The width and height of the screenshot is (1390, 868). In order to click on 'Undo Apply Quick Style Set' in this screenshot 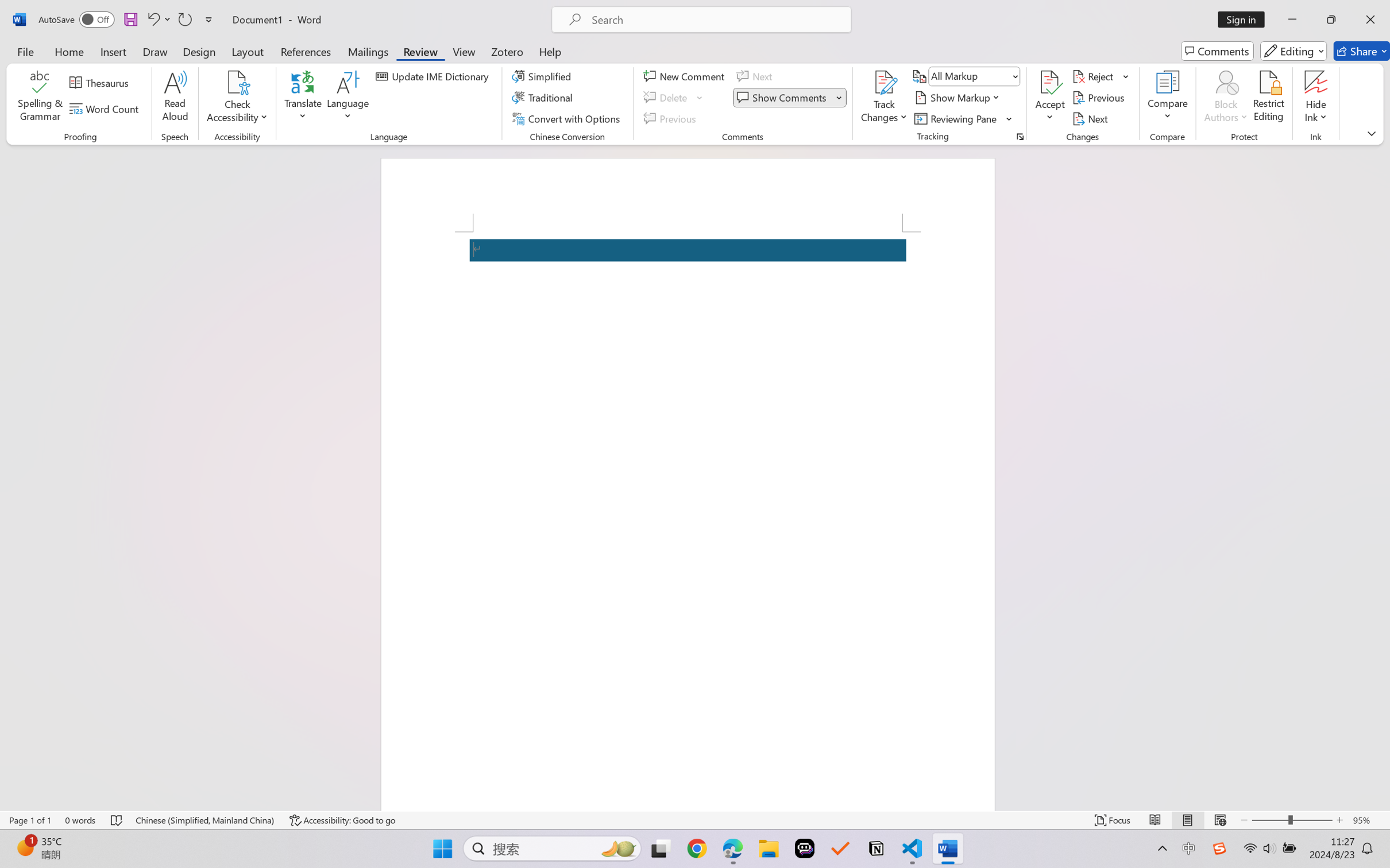, I will do `click(157, 19)`.